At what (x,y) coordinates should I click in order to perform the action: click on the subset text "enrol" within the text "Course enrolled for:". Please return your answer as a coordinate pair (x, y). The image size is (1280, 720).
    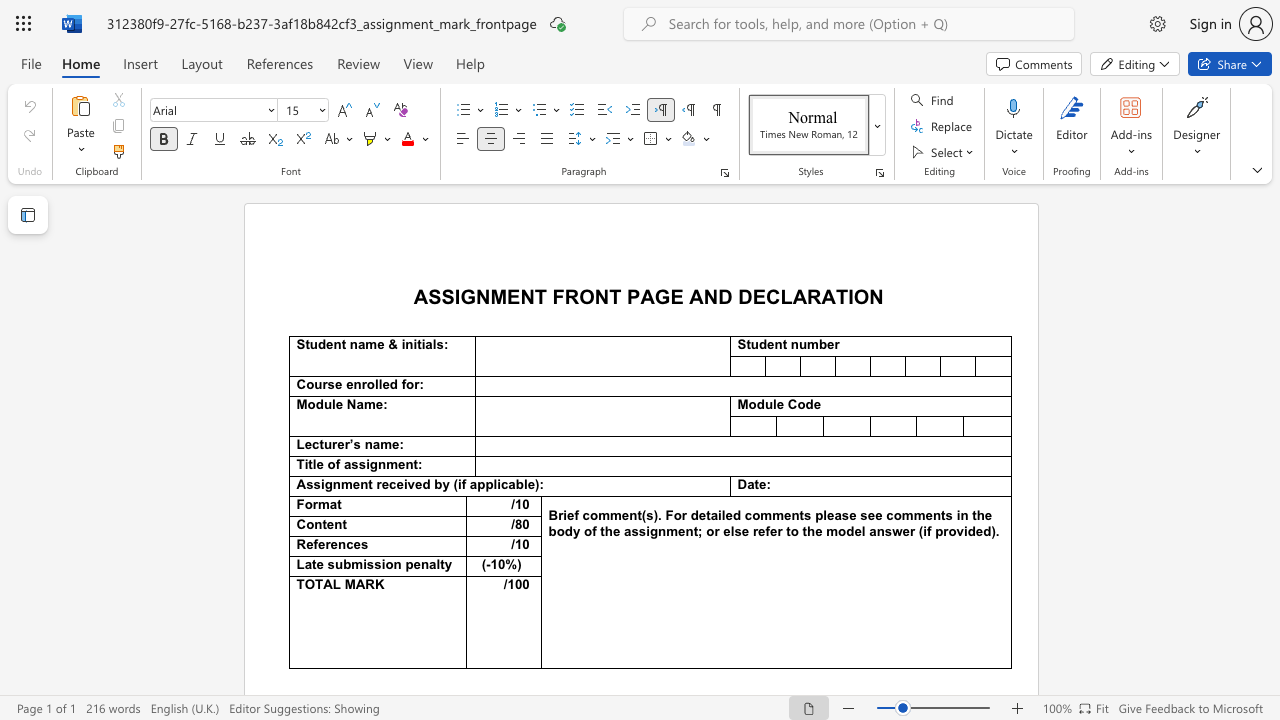
    Looking at the image, I should click on (346, 384).